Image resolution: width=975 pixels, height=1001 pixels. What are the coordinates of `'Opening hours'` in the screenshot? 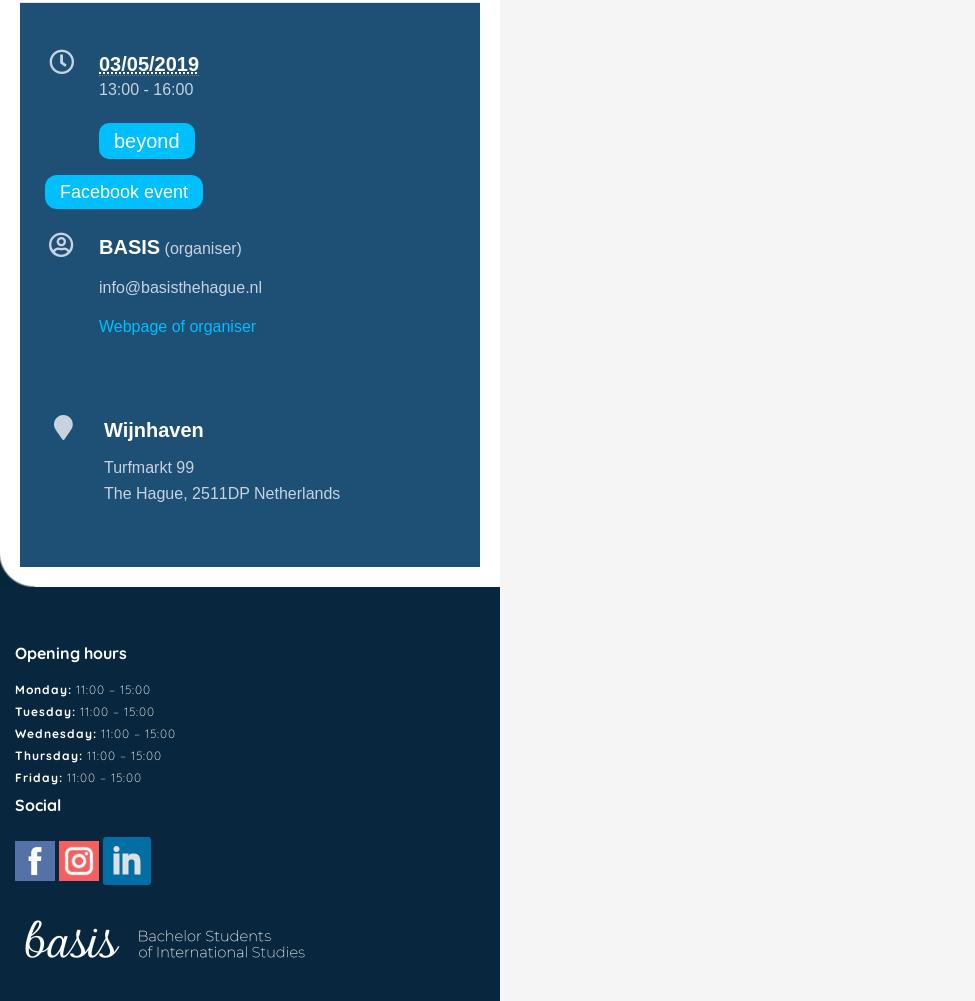 It's located at (70, 650).